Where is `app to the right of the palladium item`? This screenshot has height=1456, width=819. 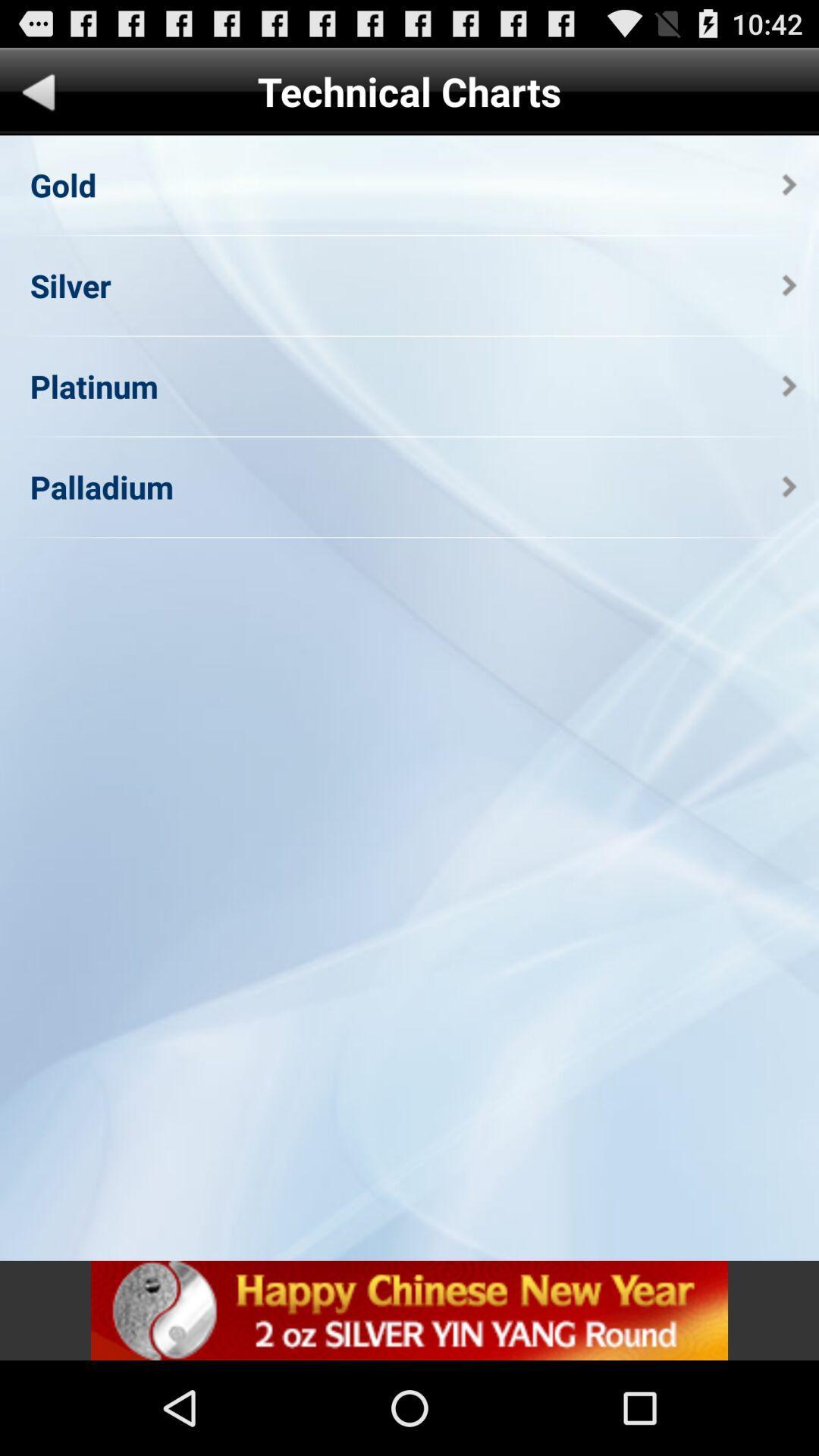
app to the right of the palladium item is located at coordinates (789, 487).